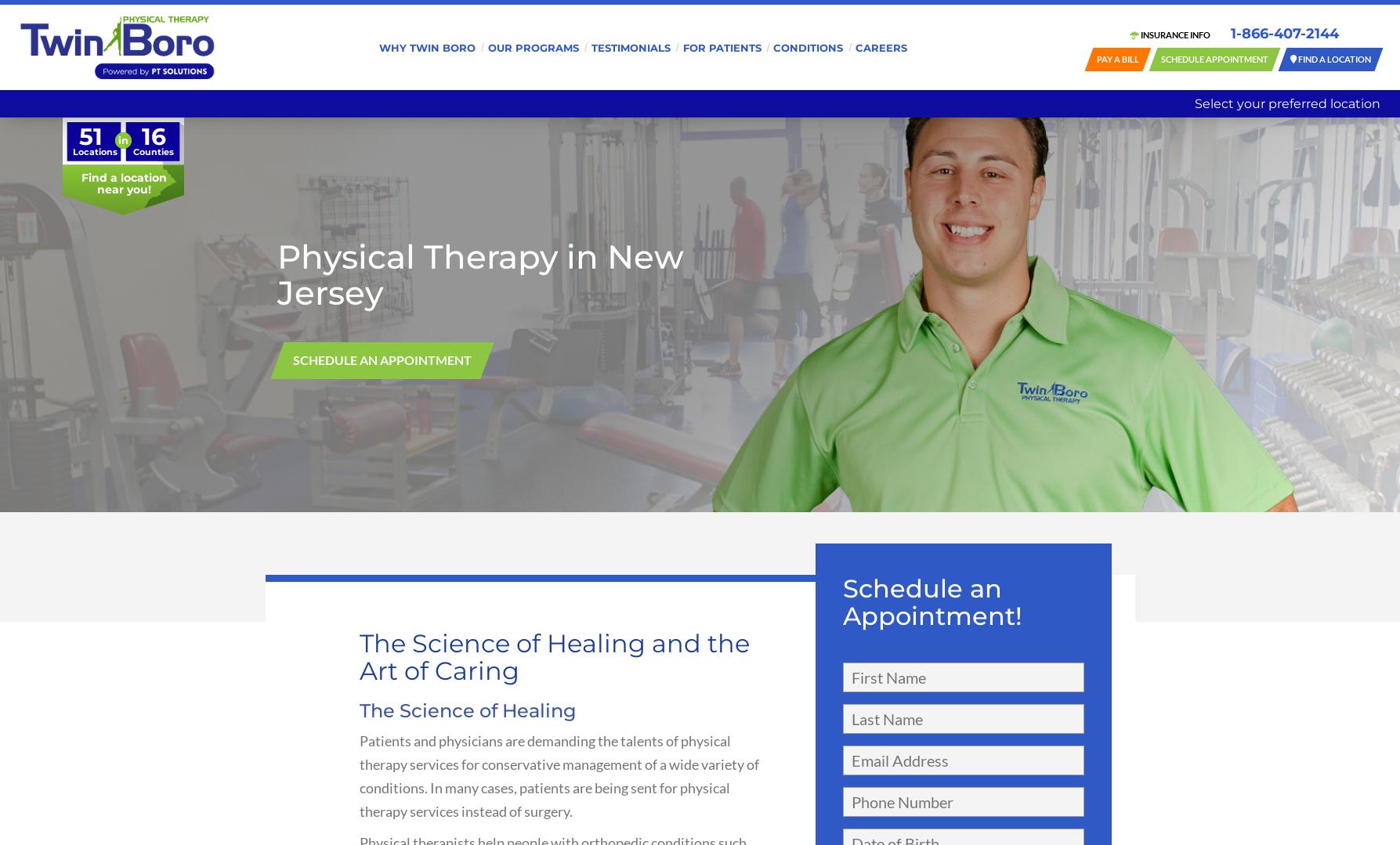 The width and height of the screenshot is (1400, 845). Describe the element at coordinates (78, 136) in the screenshot. I see `'51'` at that location.